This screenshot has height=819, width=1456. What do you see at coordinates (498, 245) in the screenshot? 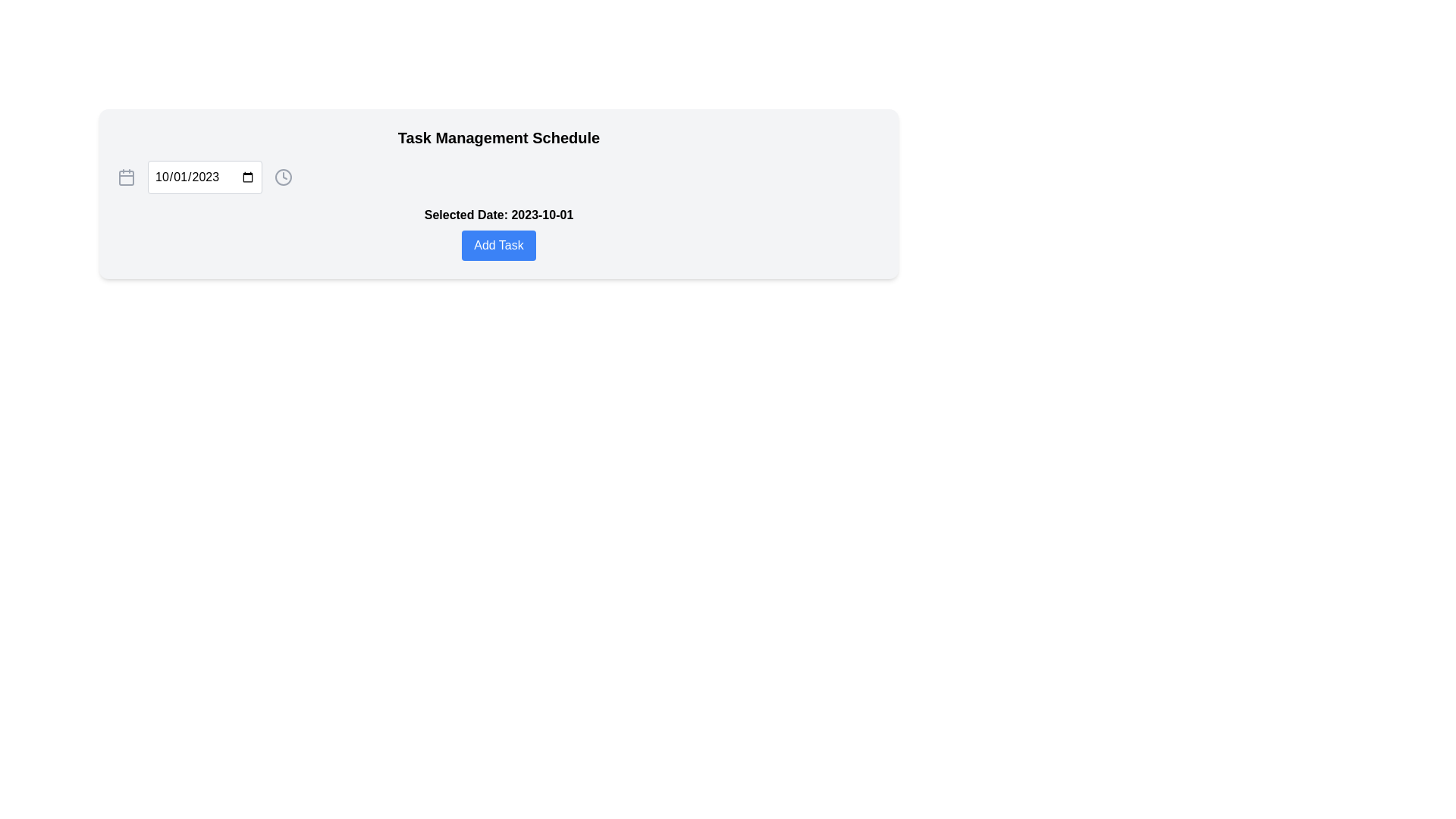
I see `the 'Add Task' button located below the text 'Selected Date: 2023-10-01' in the 'Task Management Schedule' section to change its color` at bounding box center [498, 245].